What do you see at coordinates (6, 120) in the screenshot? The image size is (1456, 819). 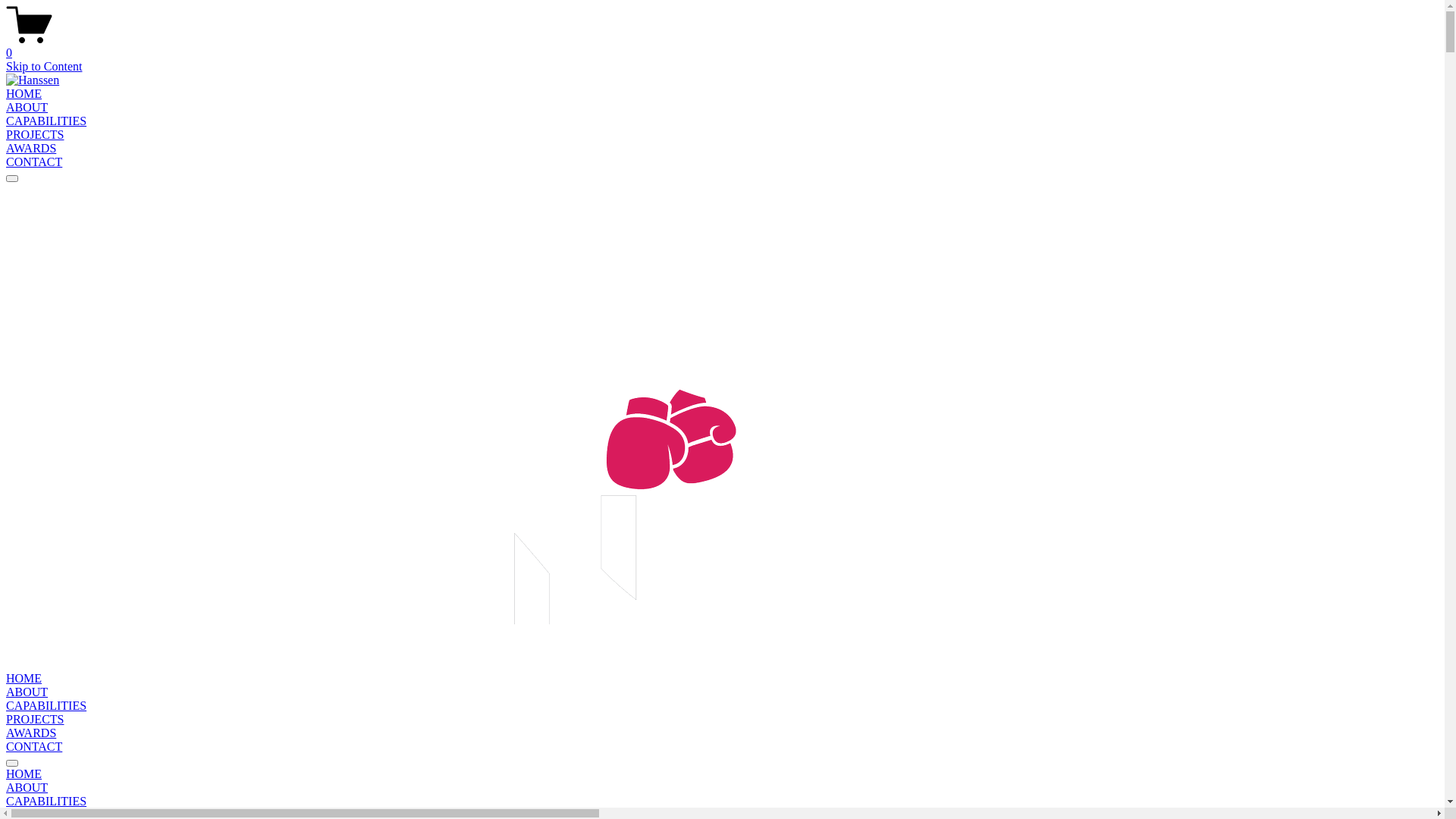 I see `'CAPABILITIES'` at bounding box center [6, 120].